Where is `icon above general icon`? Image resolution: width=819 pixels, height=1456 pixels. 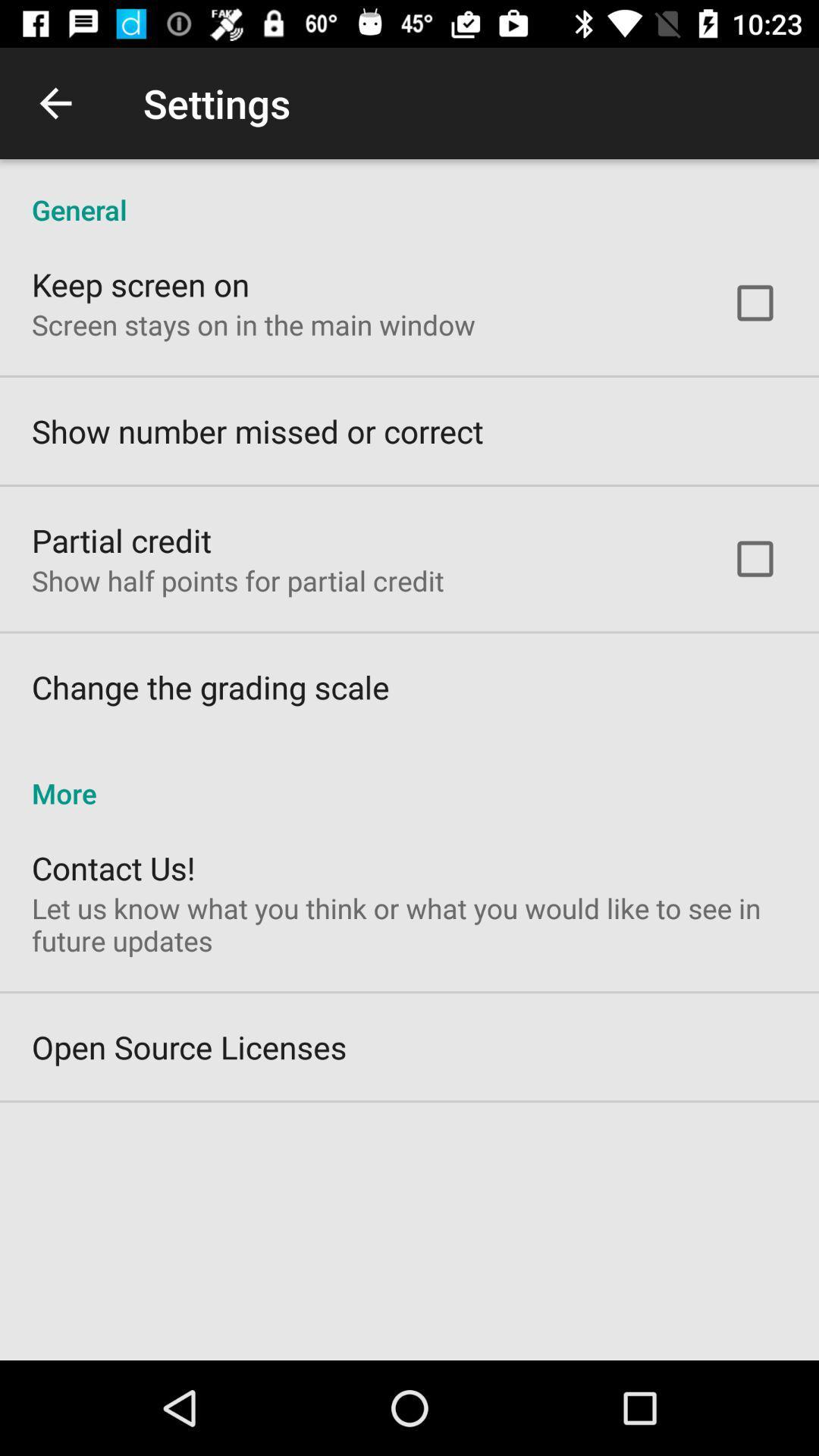 icon above general icon is located at coordinates (55, 102).